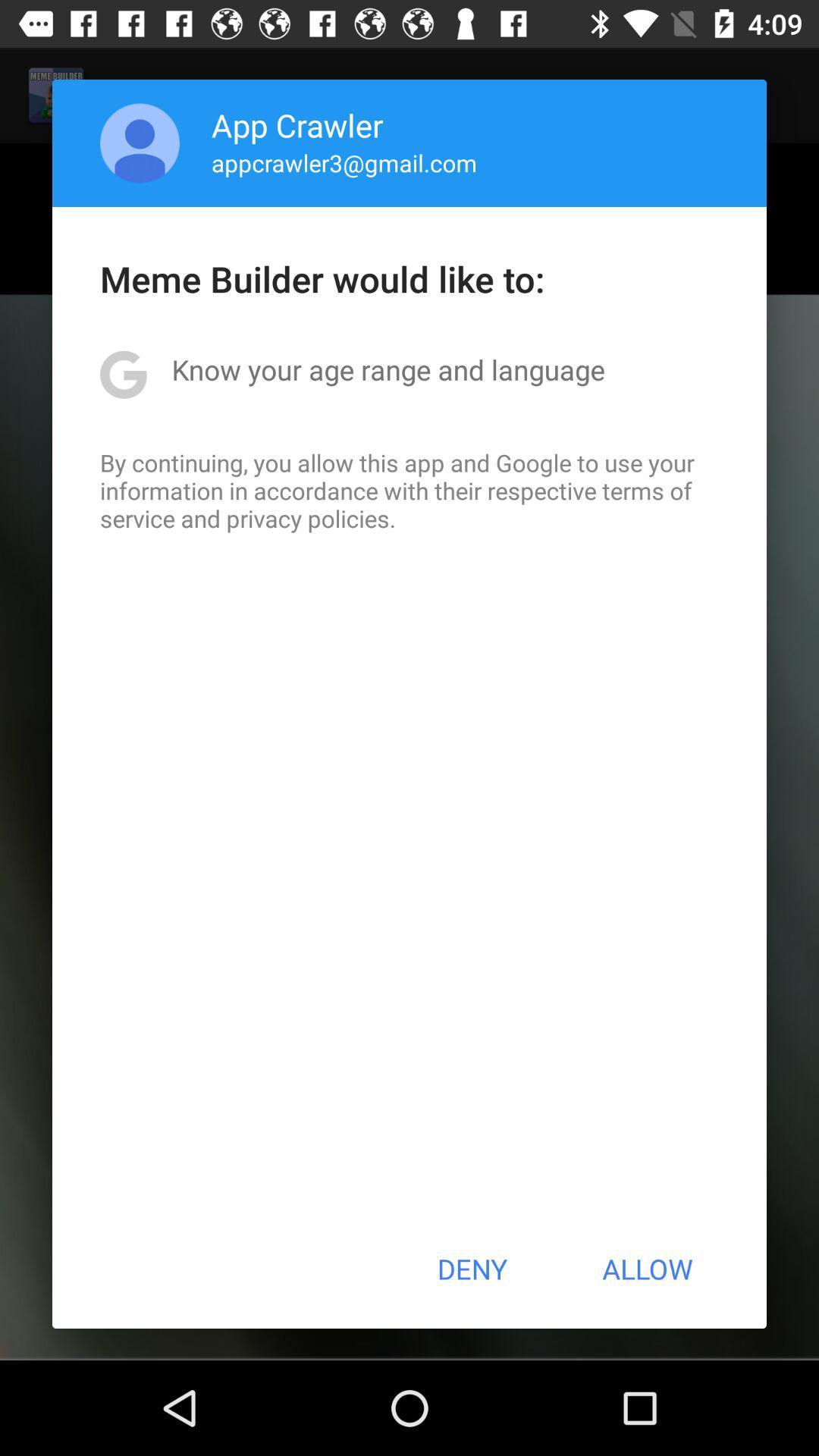 The image size is (819, 1456). Describe the element at coordinates (471, 1269) in the screenshot. I see `the icon next to the allow` at that location.